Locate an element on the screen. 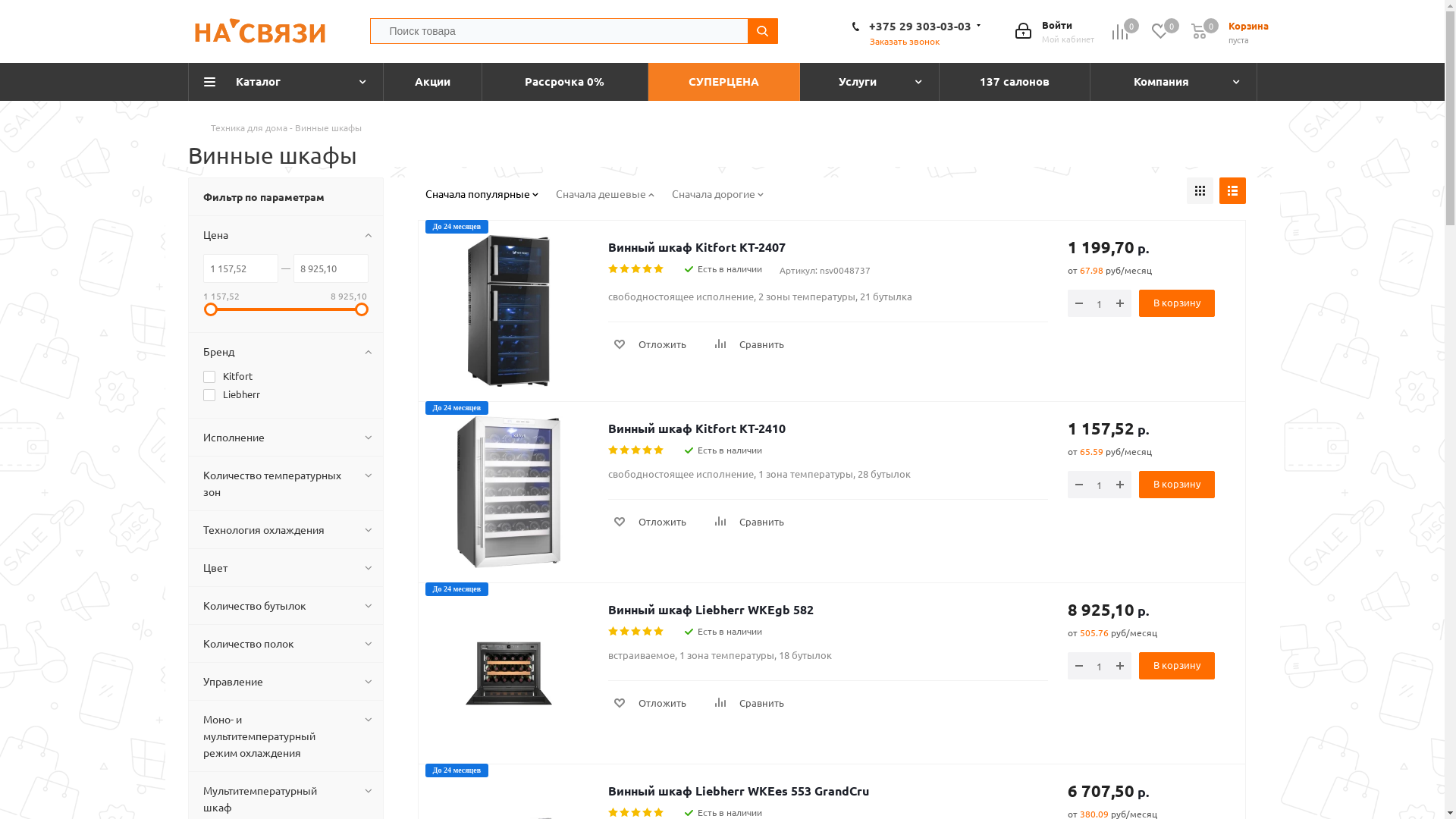  'nsv.by' is located at coordinates (259, 33).